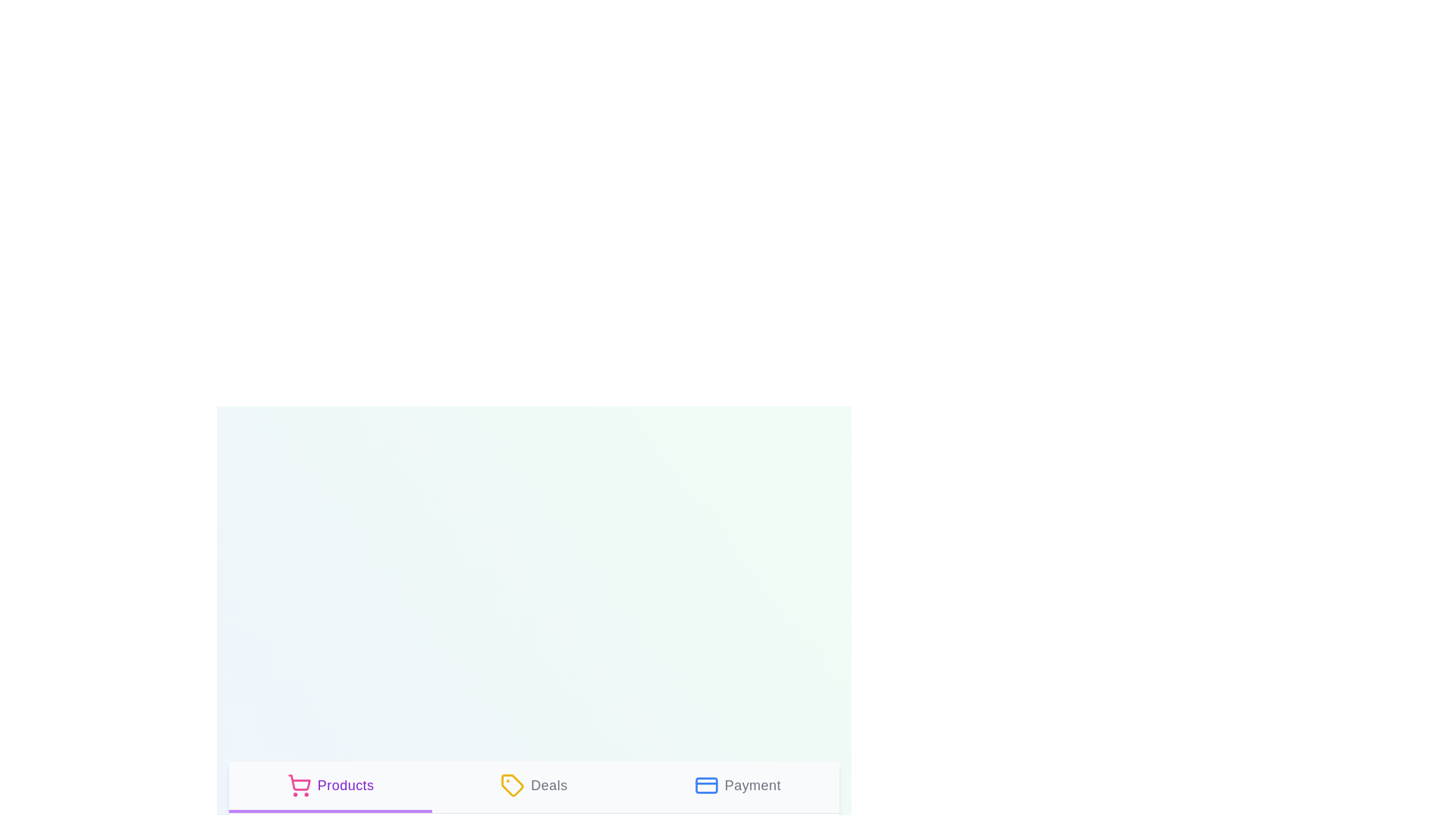  What do you see at coordinates (330, 786) in the screenshot?
I see `the Products tab` at bounding box center [330, 786].